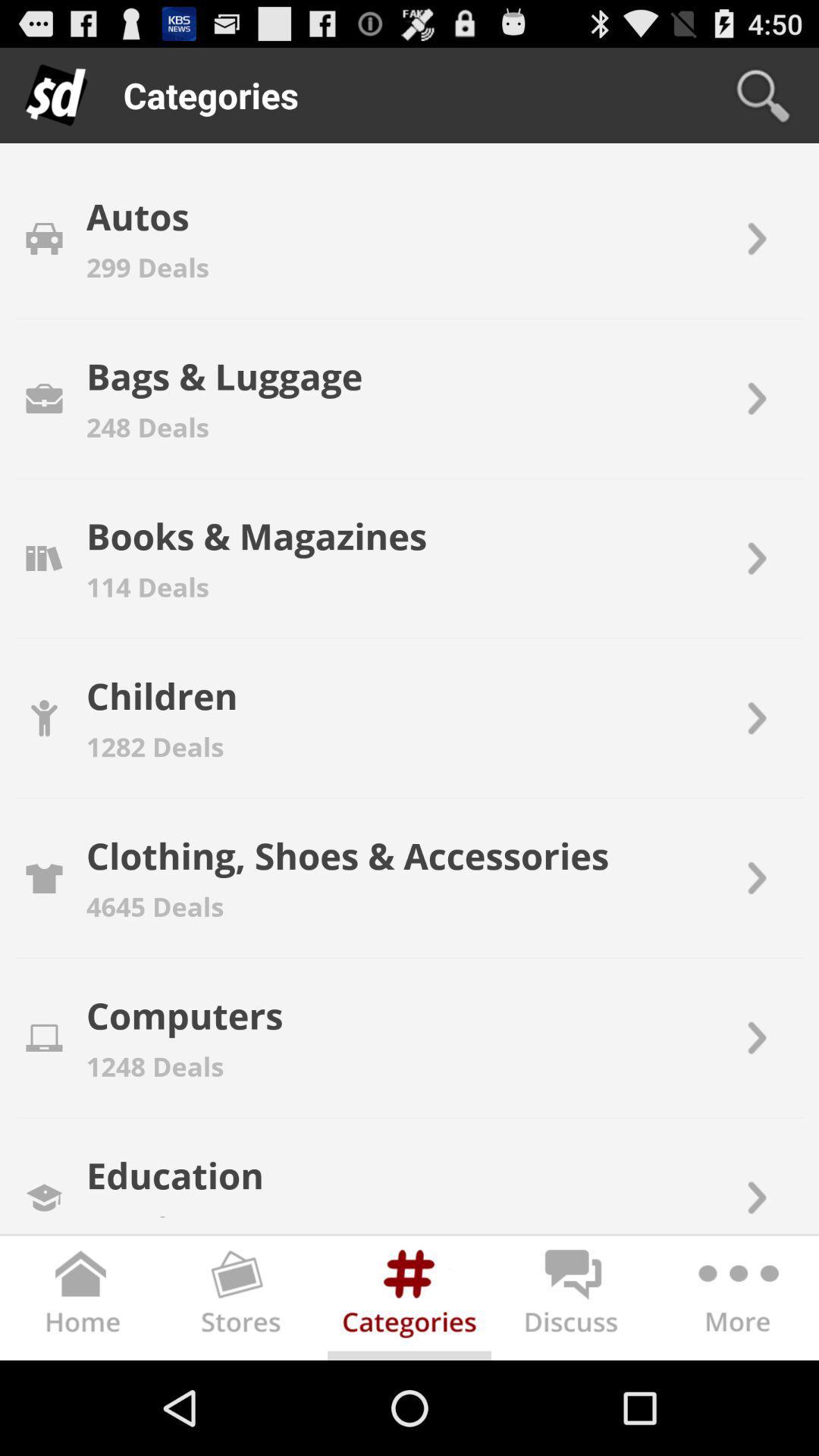 The height and width of the screenshot is (1456, 819). I want to click on the app below bags & luggage app, so click(148, 426).